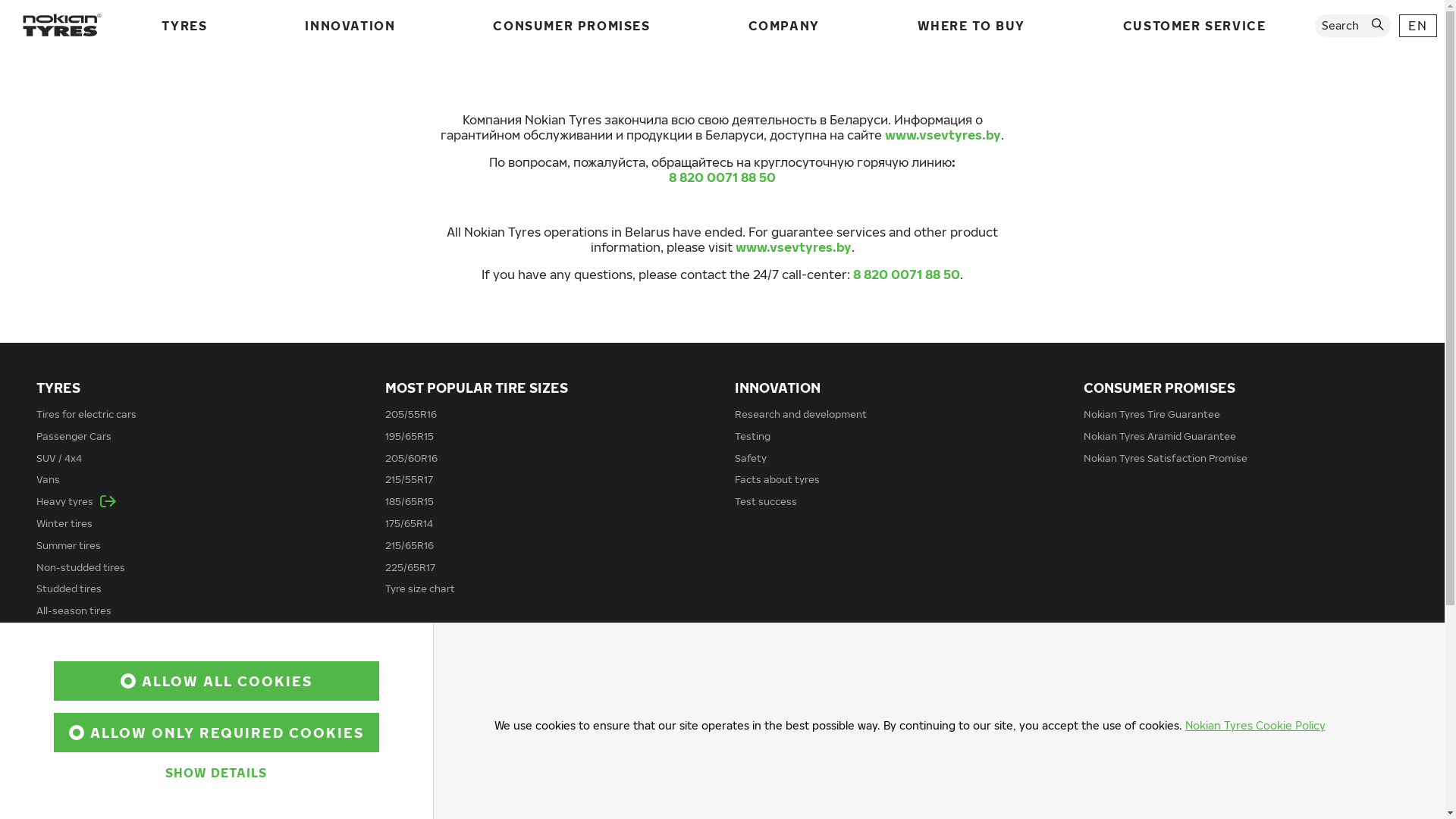  What do you see at coordinates (1254, 724) in the screenshot?
I see `'Nokian Tyres Cookie Policy'` at bounding box center [1254, 724].